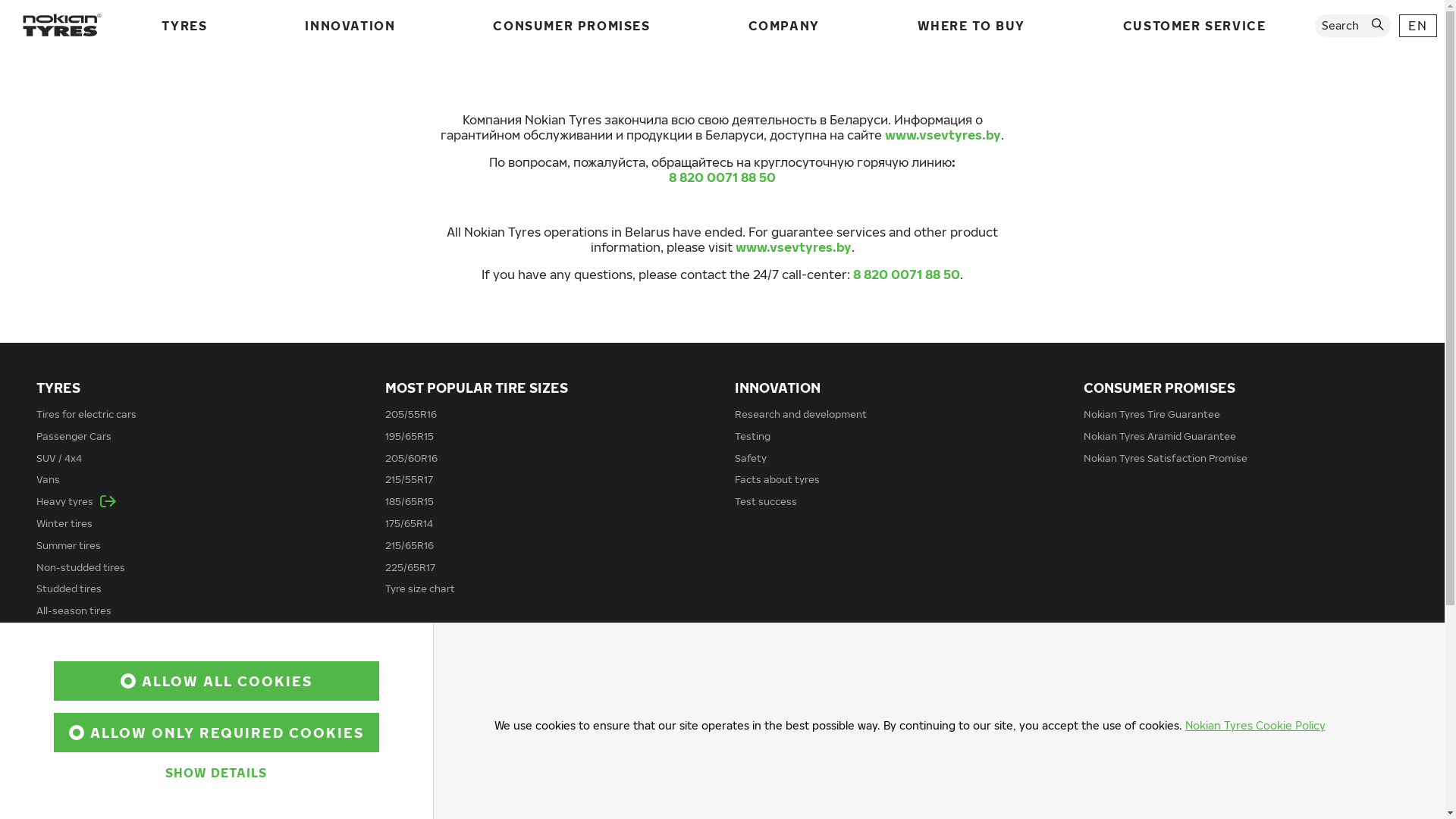  What do you see at coordinates (1254, 724) in the screenshot?
I see `'Nokian Tyres Cookie Policy'` at bounding box center [1254, 724].